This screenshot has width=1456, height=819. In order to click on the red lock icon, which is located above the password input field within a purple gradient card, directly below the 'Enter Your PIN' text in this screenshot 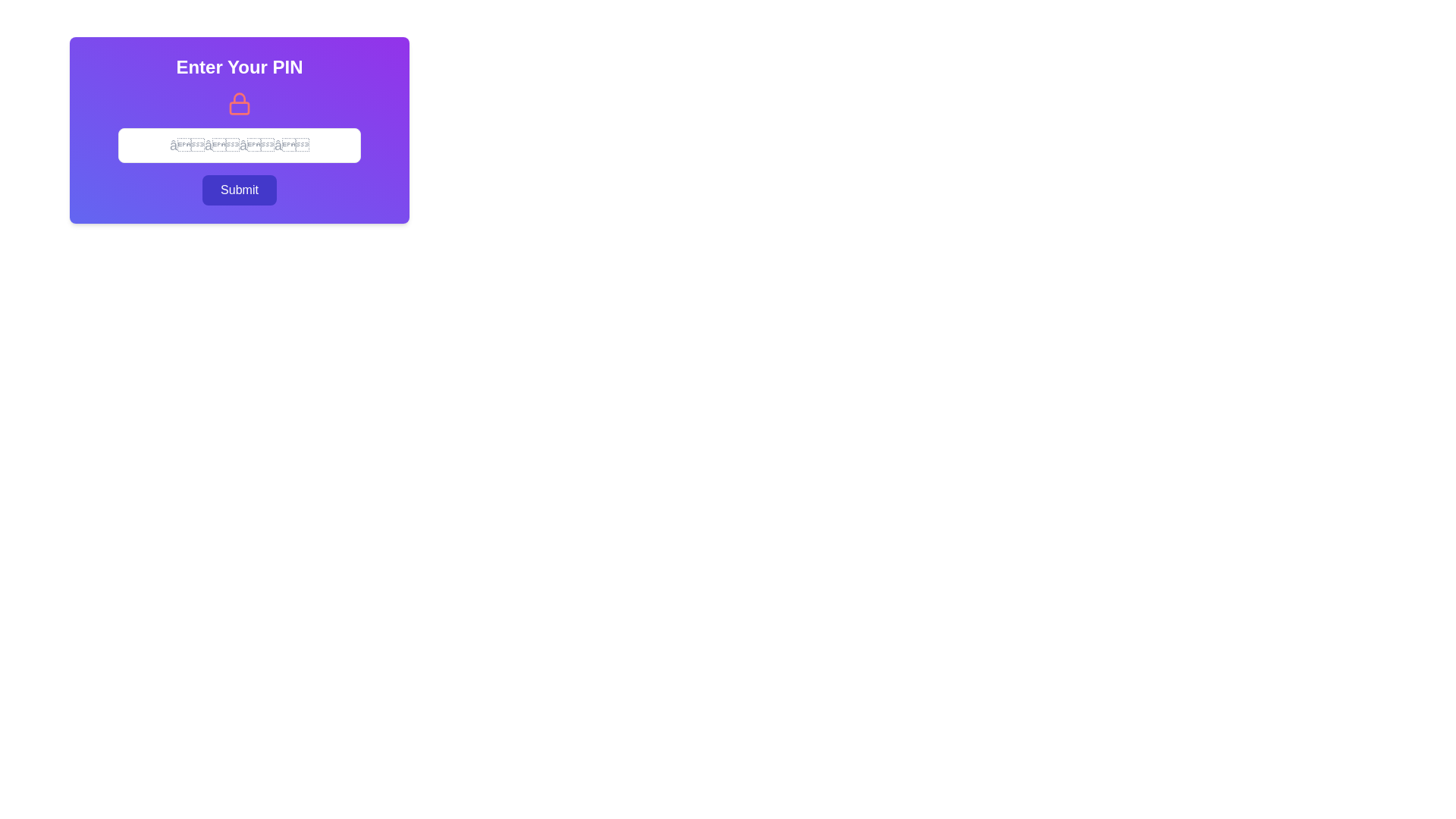, I will do `click(239, 103)`.